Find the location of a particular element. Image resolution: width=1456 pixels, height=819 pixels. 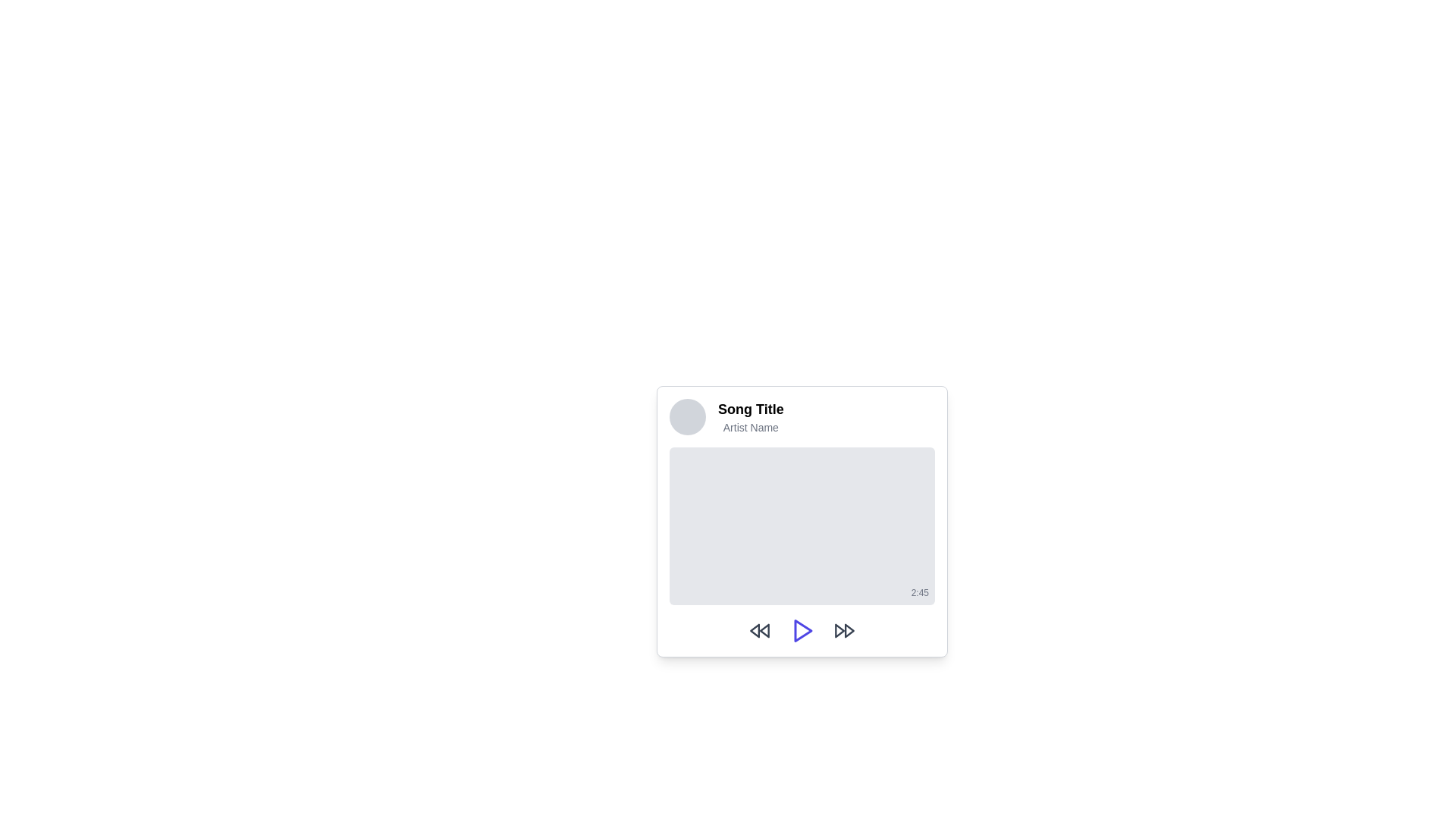

the static text label that describes the artist of the currently playing song, located directly below the 'Song Title' text element in the media player is located at coordinates (751, 427).